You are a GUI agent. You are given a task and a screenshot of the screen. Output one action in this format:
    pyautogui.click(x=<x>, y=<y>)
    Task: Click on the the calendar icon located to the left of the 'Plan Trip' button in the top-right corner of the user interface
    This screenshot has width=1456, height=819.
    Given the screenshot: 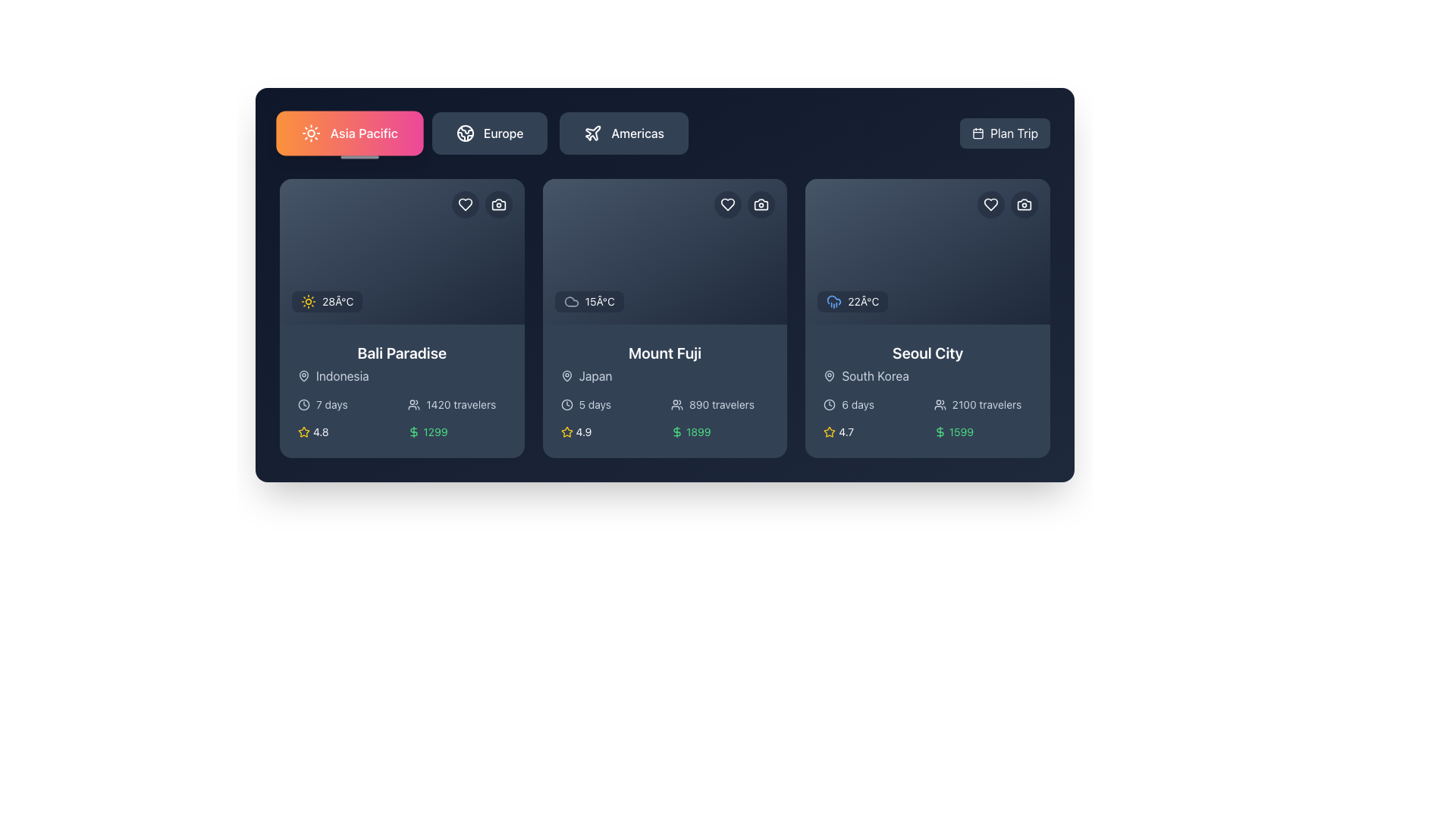 What is the action you would take?
    pyautogui.click(x=978, y=133)
    